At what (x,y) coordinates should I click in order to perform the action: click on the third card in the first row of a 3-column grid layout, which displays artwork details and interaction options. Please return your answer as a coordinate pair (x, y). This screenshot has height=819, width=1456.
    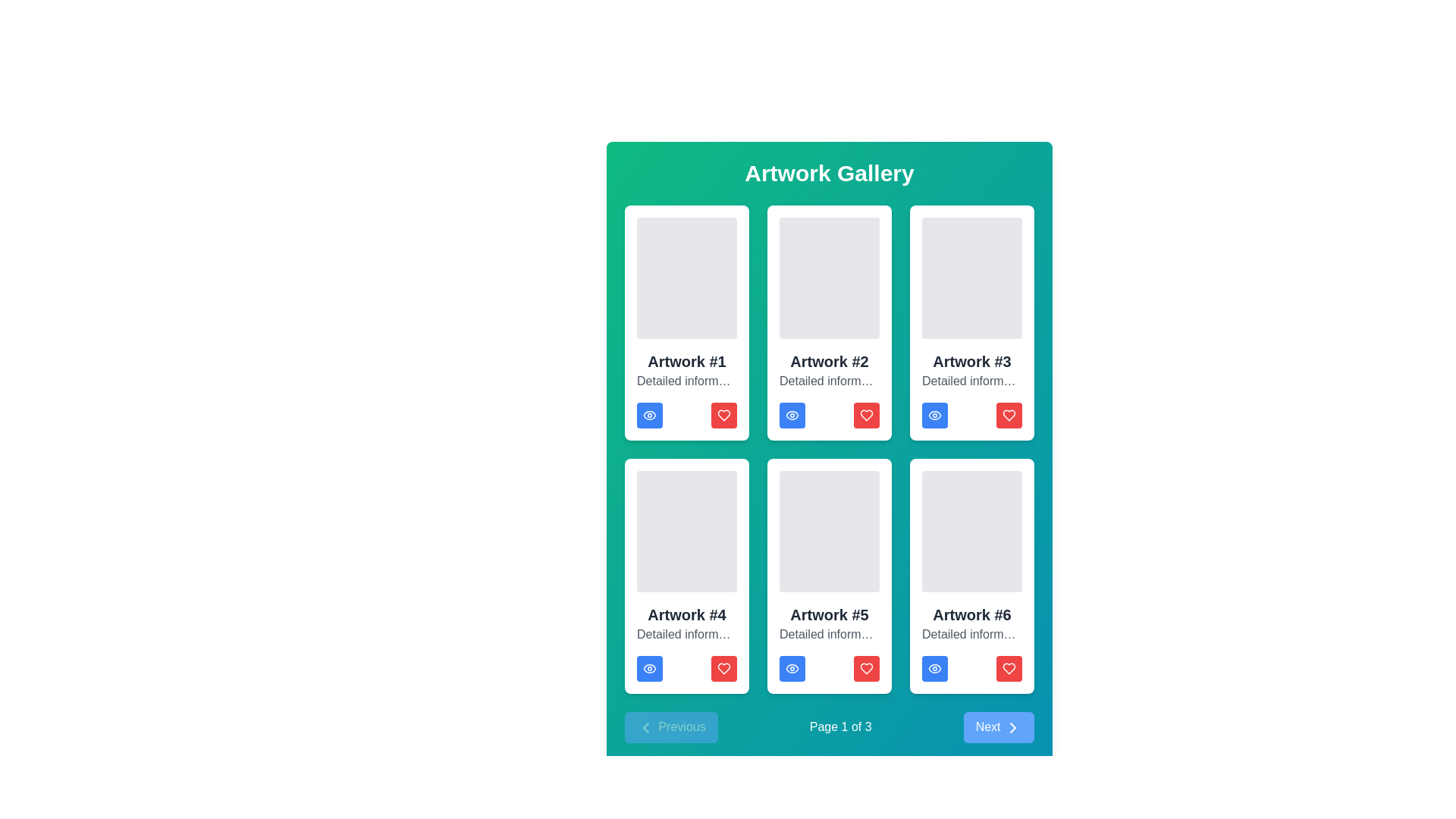
    Looking at the image, I should click on (971, 322).